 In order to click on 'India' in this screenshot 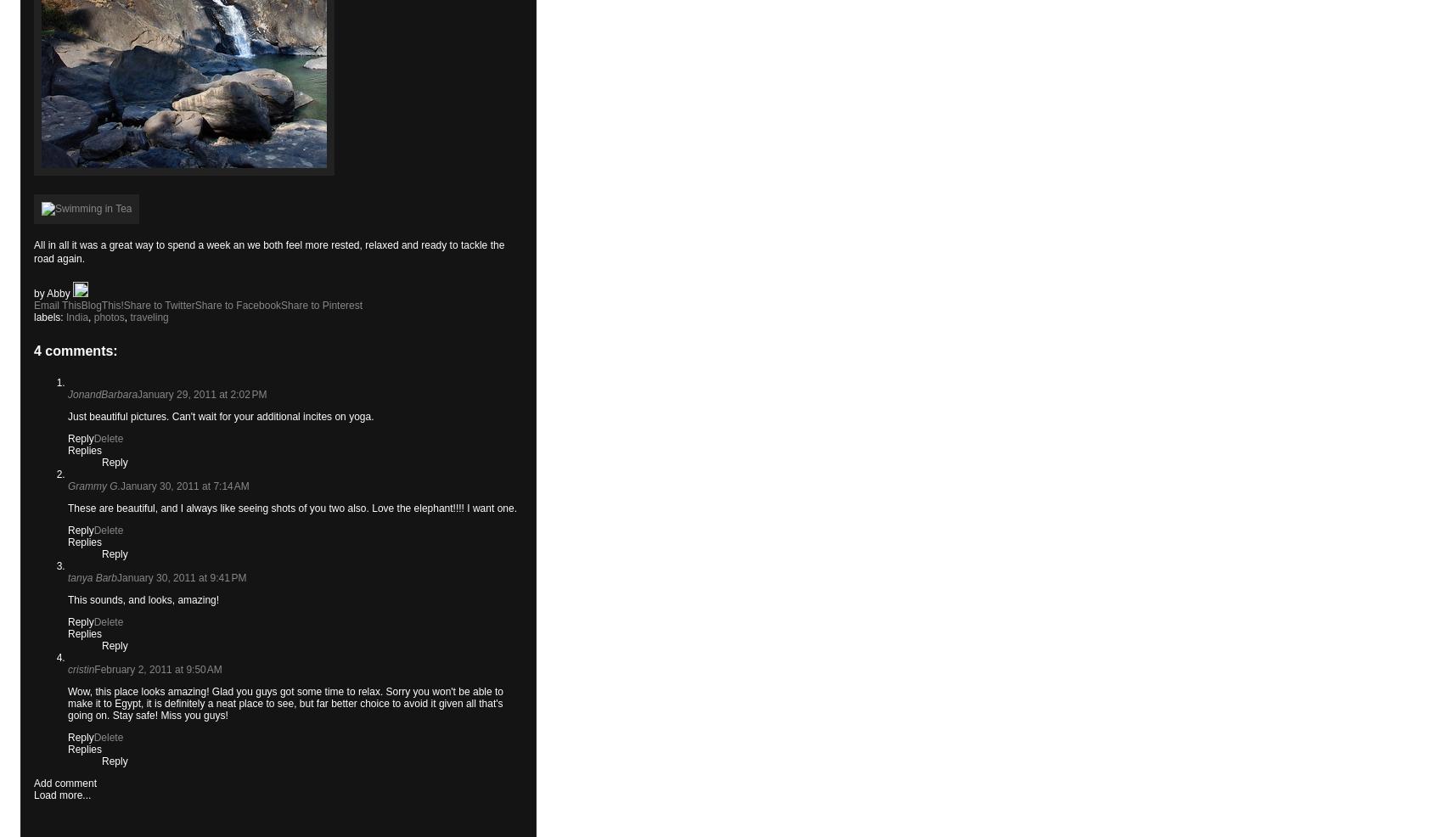, I will do `click(76, 316)`.